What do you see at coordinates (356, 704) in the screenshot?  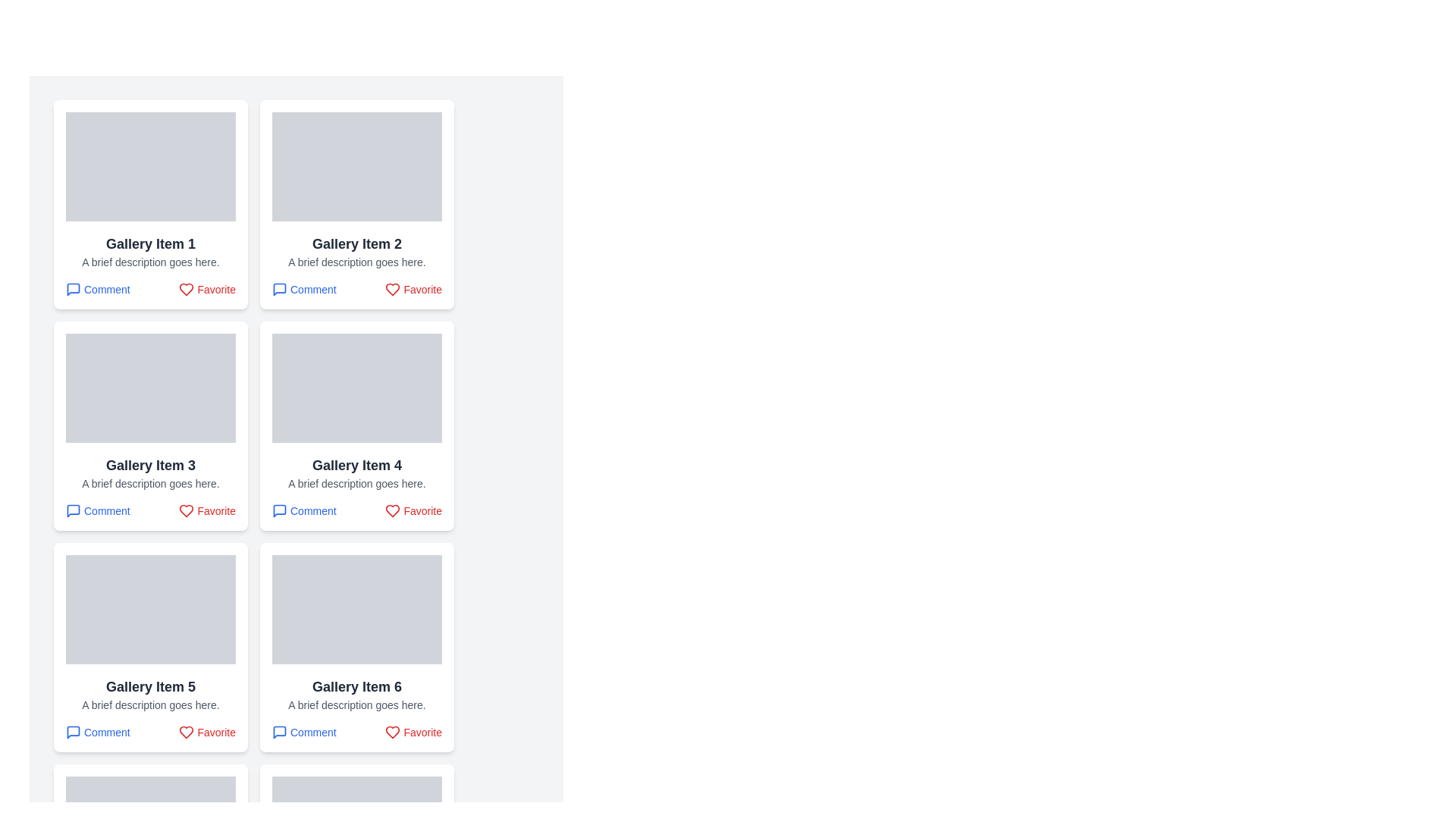 I see `the static text reading 'A brief description goes here.' located beneath the title 'Gallery Item 6' to copy it` at bounding box center [356, 704].